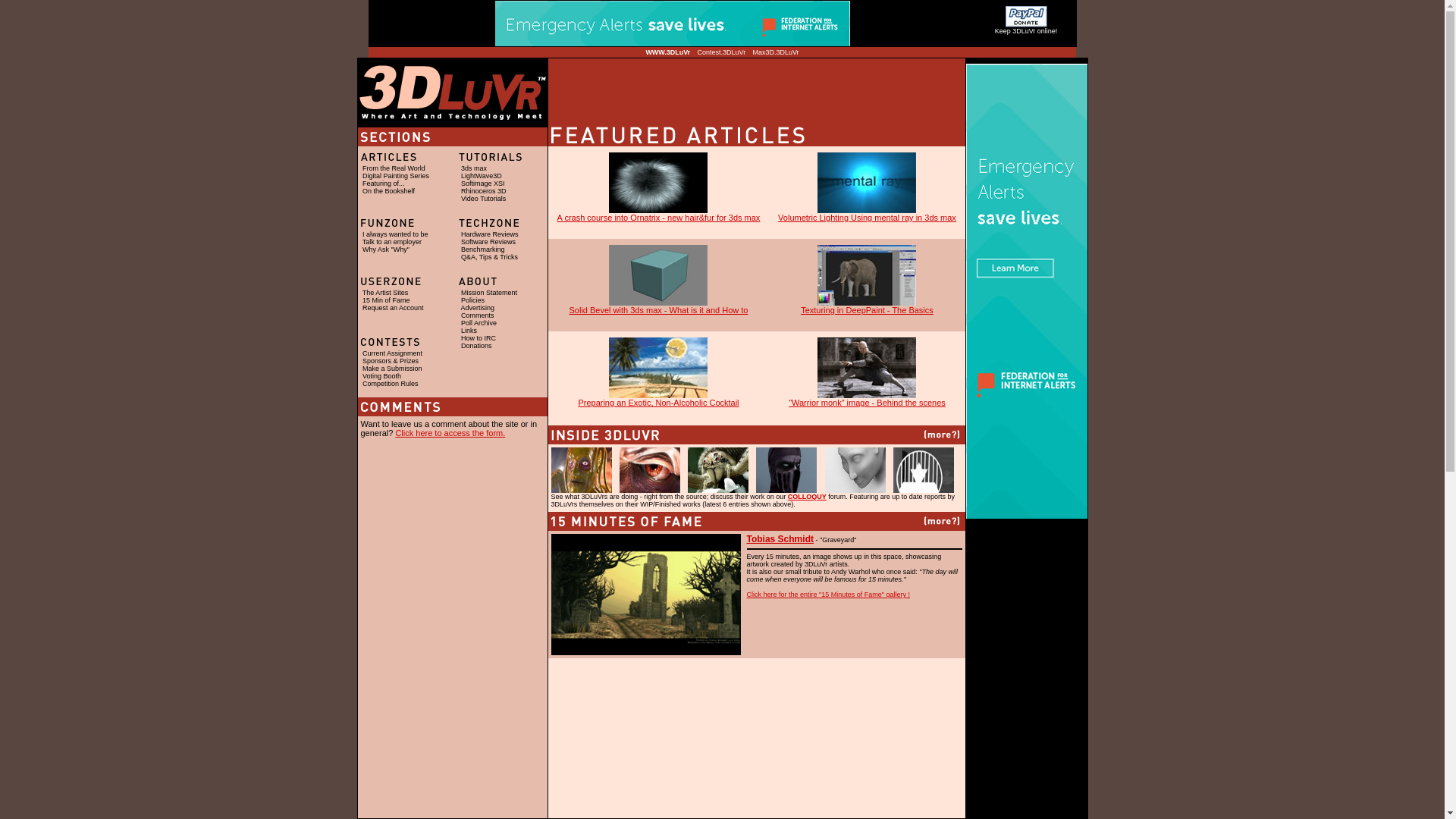 The height and width of the screenshot is (819, 1456). What do you see at coordinates (789, 397) in the screenshot?
I see `'"Warrior monk" image - Behind the scenes'` at bounding box center [789, 397].